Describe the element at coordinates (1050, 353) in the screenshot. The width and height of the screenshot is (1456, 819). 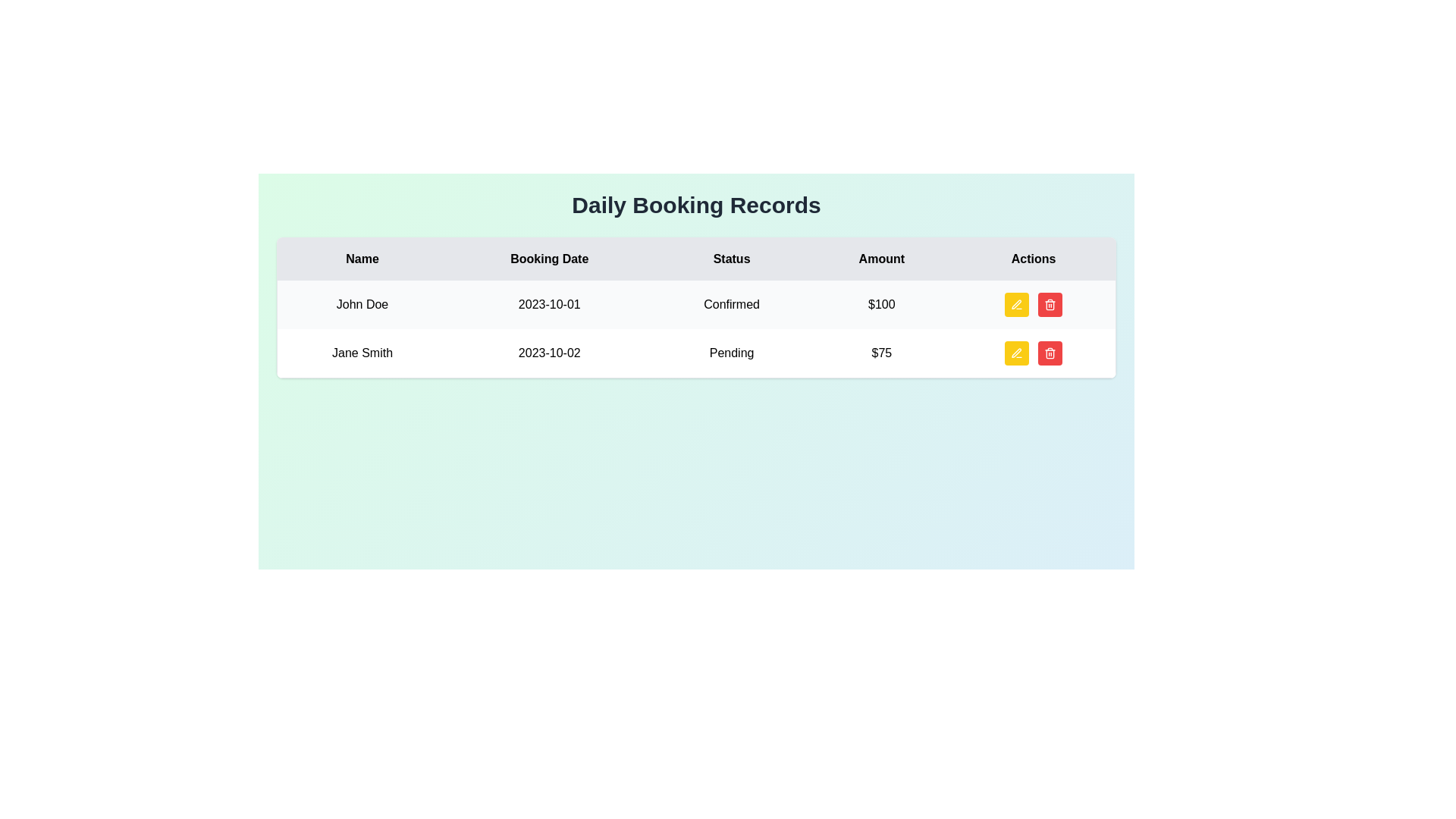
I see `the delete button with an icon in the 'Actions' column for the second row corresponding to 'Jane Smith'` at that location.